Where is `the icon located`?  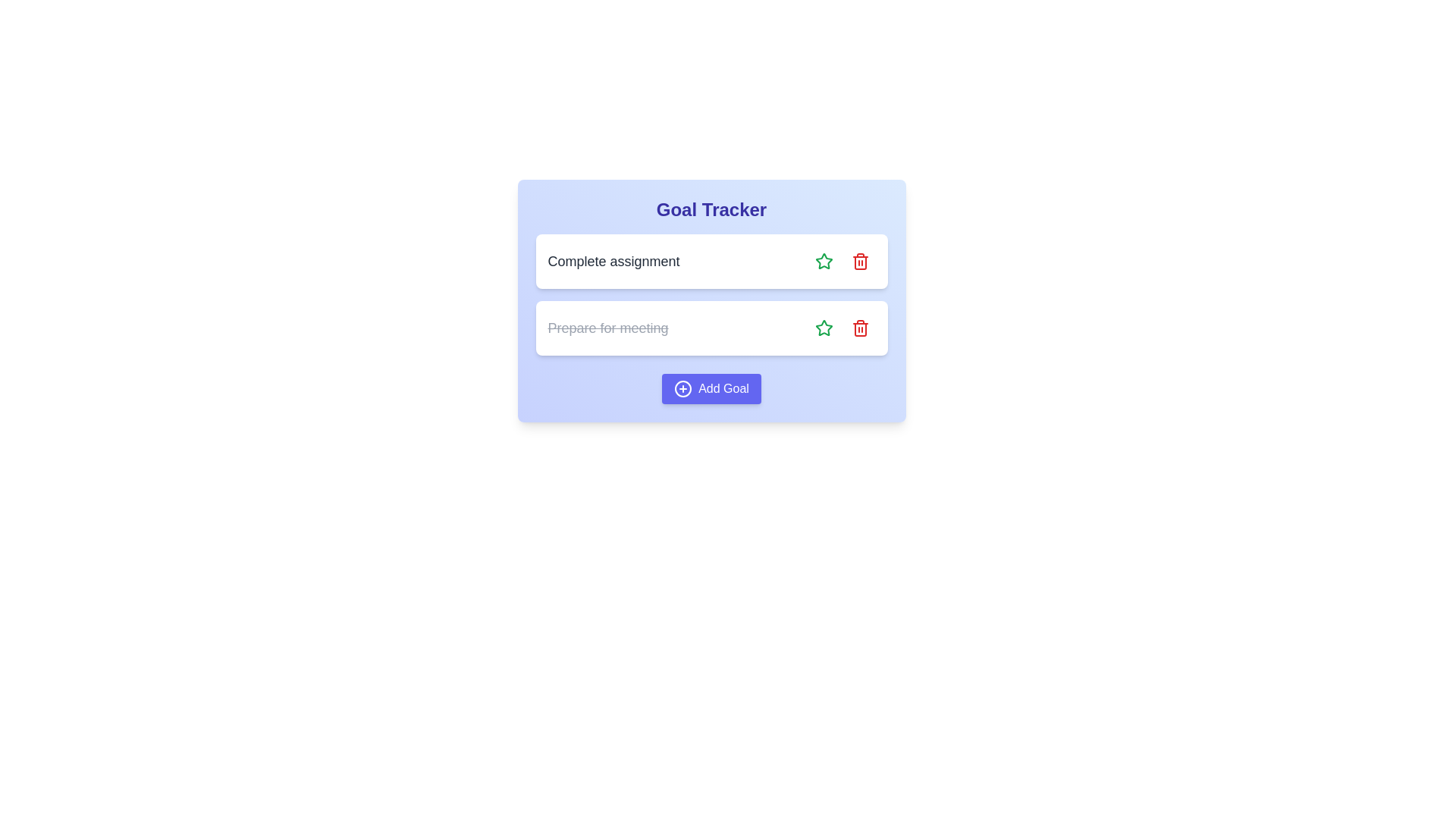
the icon located is located at coordinates (823, 327).